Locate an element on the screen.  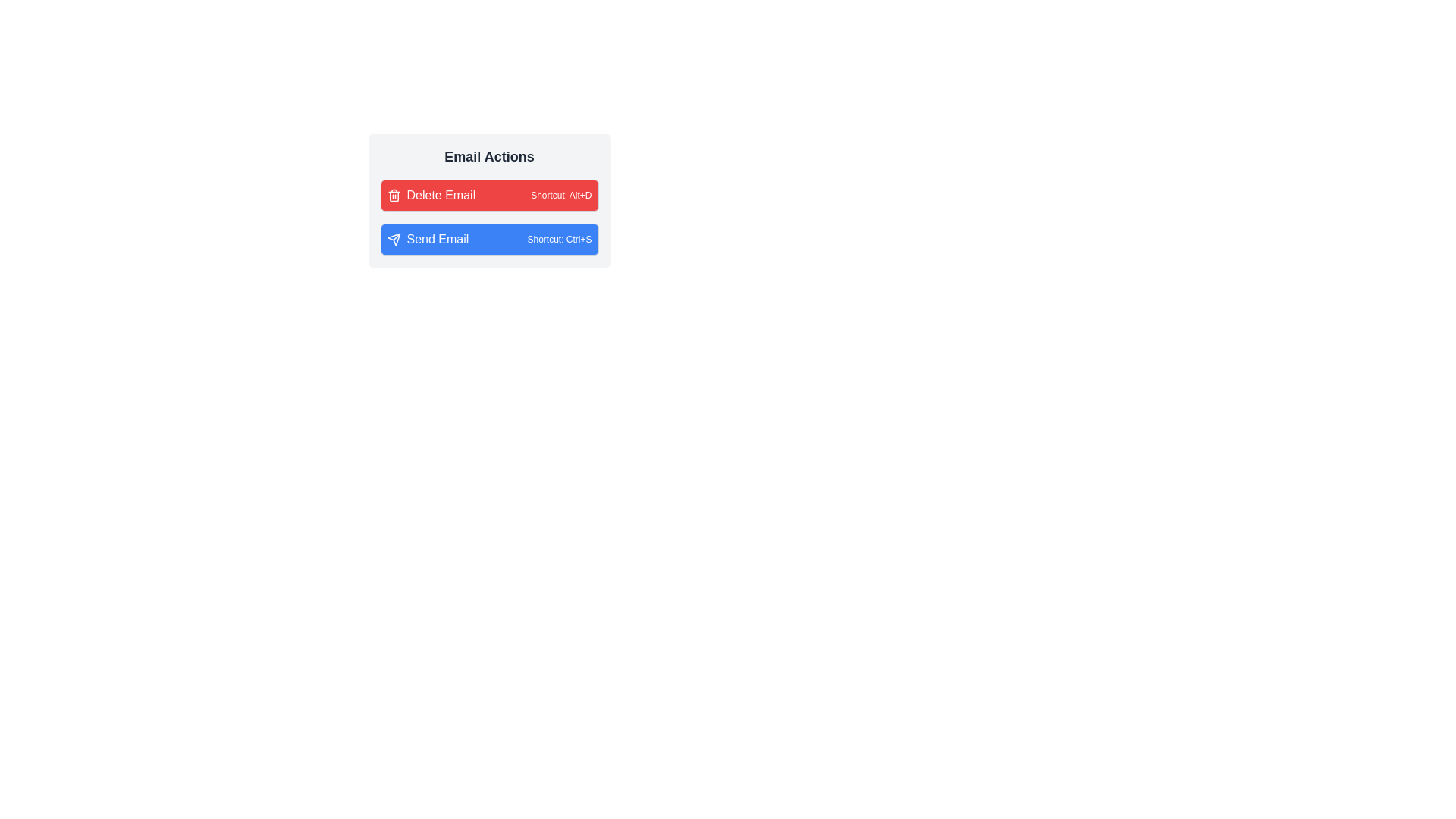
the send icon represented by a paper plane, which is styled in blue and located within the 'Send Email' button, to the left of the text label is located at coordinates (394, 239).